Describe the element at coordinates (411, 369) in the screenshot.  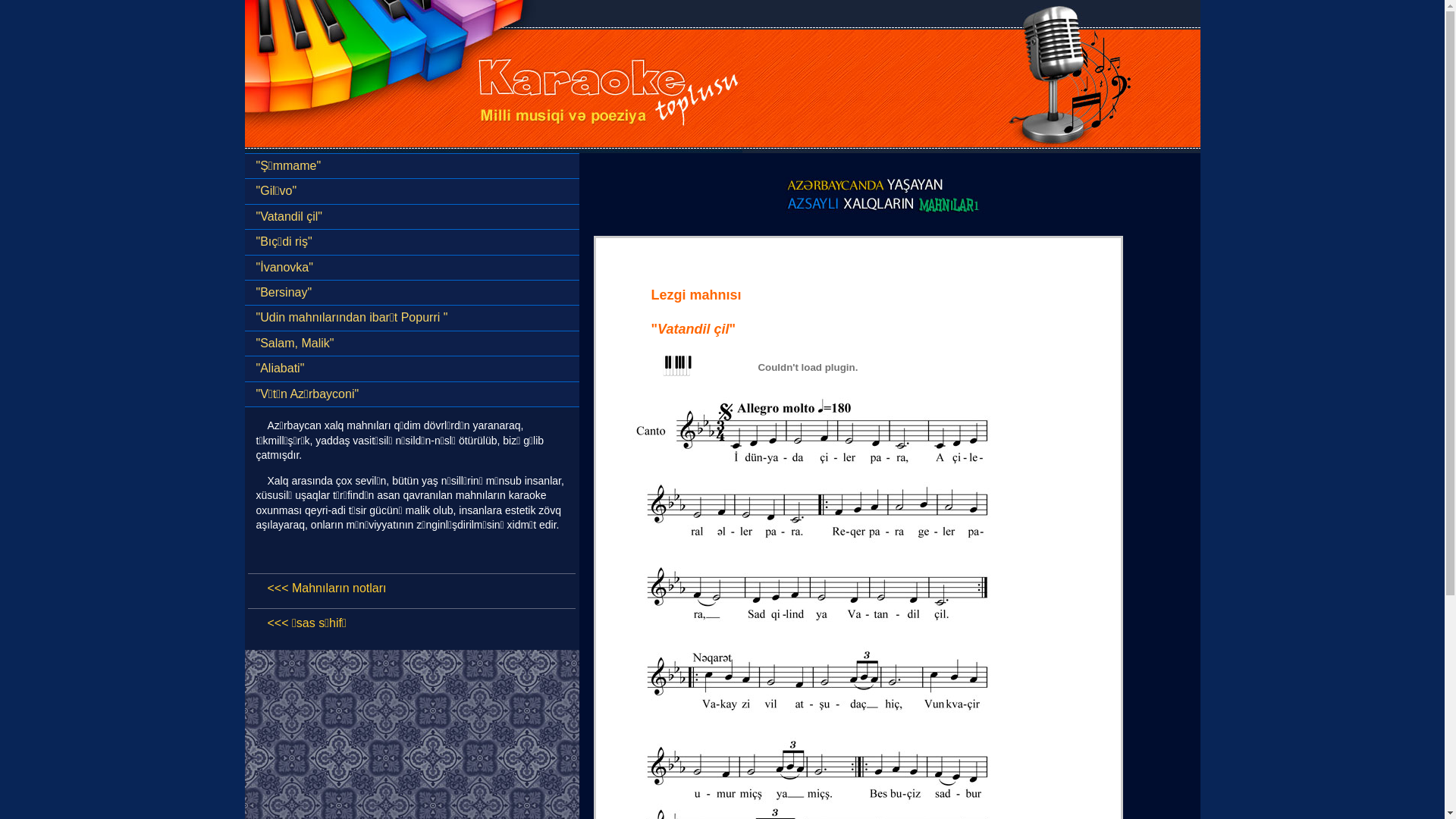
I see `'"Aliabati"'` at that location.